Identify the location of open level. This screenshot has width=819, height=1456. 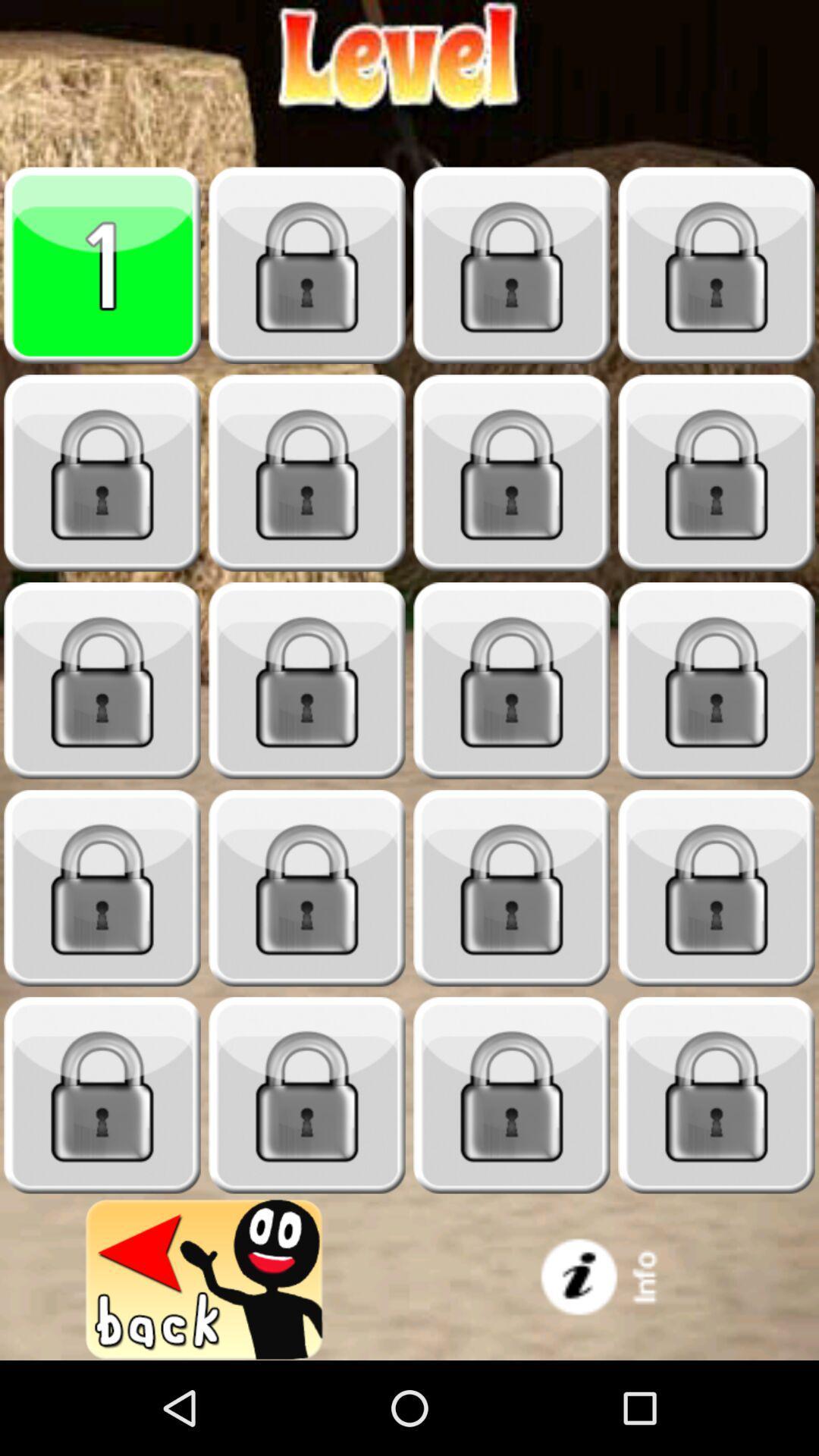
(102, 888).